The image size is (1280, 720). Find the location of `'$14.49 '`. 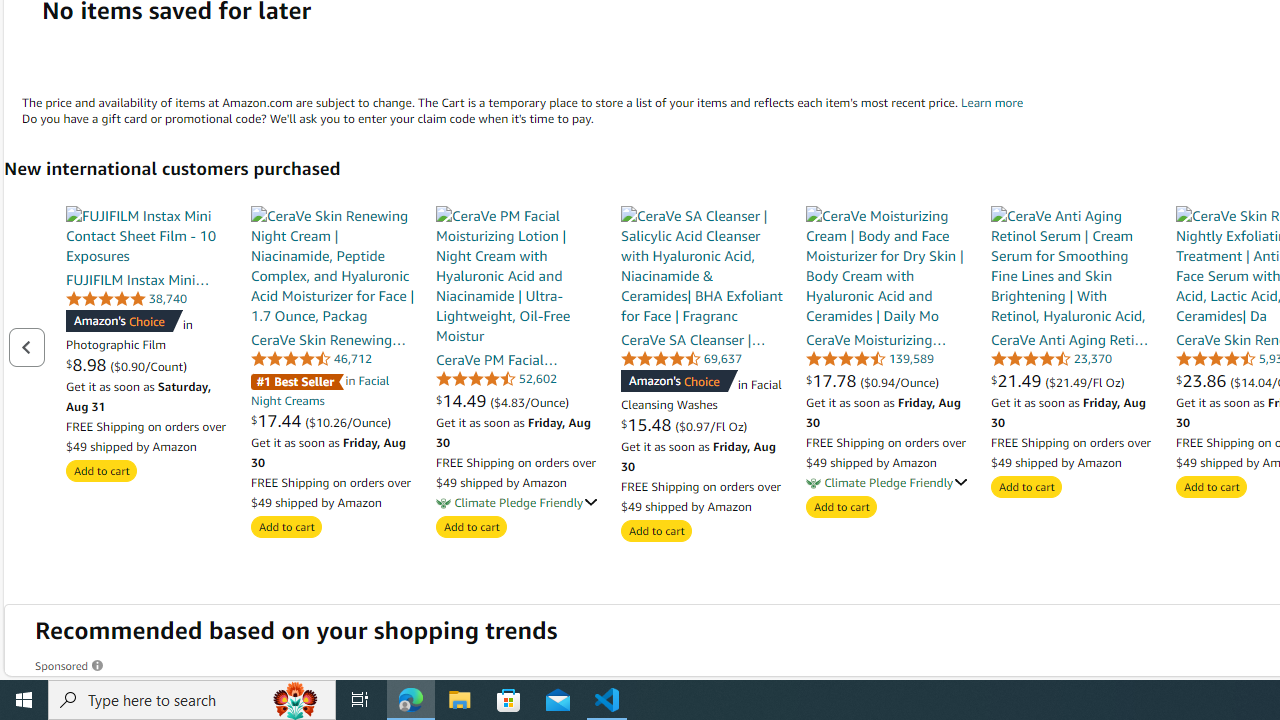

'$14.49 ' is located at coordinates (463, 400).